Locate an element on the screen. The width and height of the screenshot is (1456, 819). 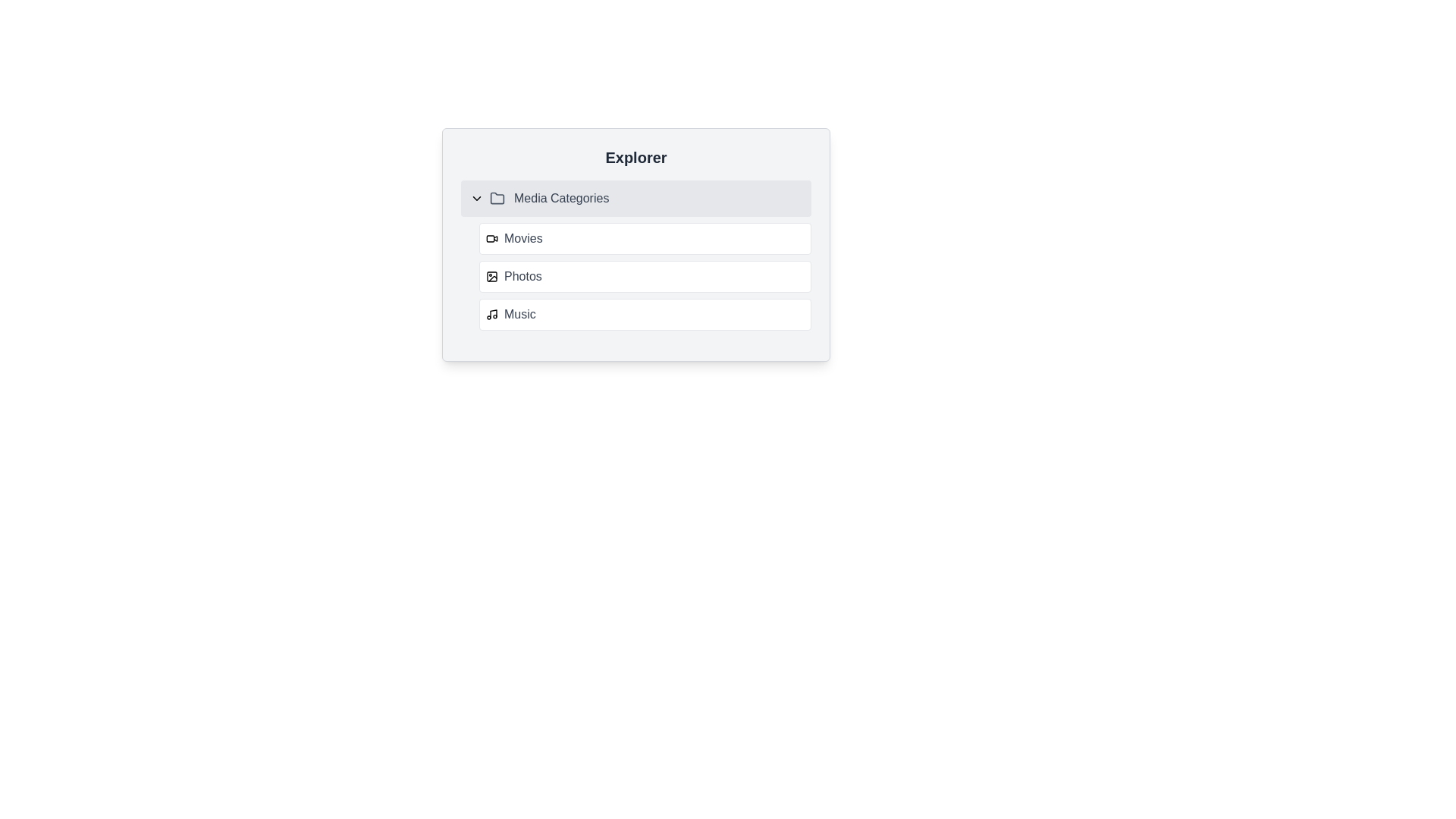
the 'Movies' text label in the media categories section of the navigation menu, positioned to the right of the video icon is located at coordinates (523, 239).